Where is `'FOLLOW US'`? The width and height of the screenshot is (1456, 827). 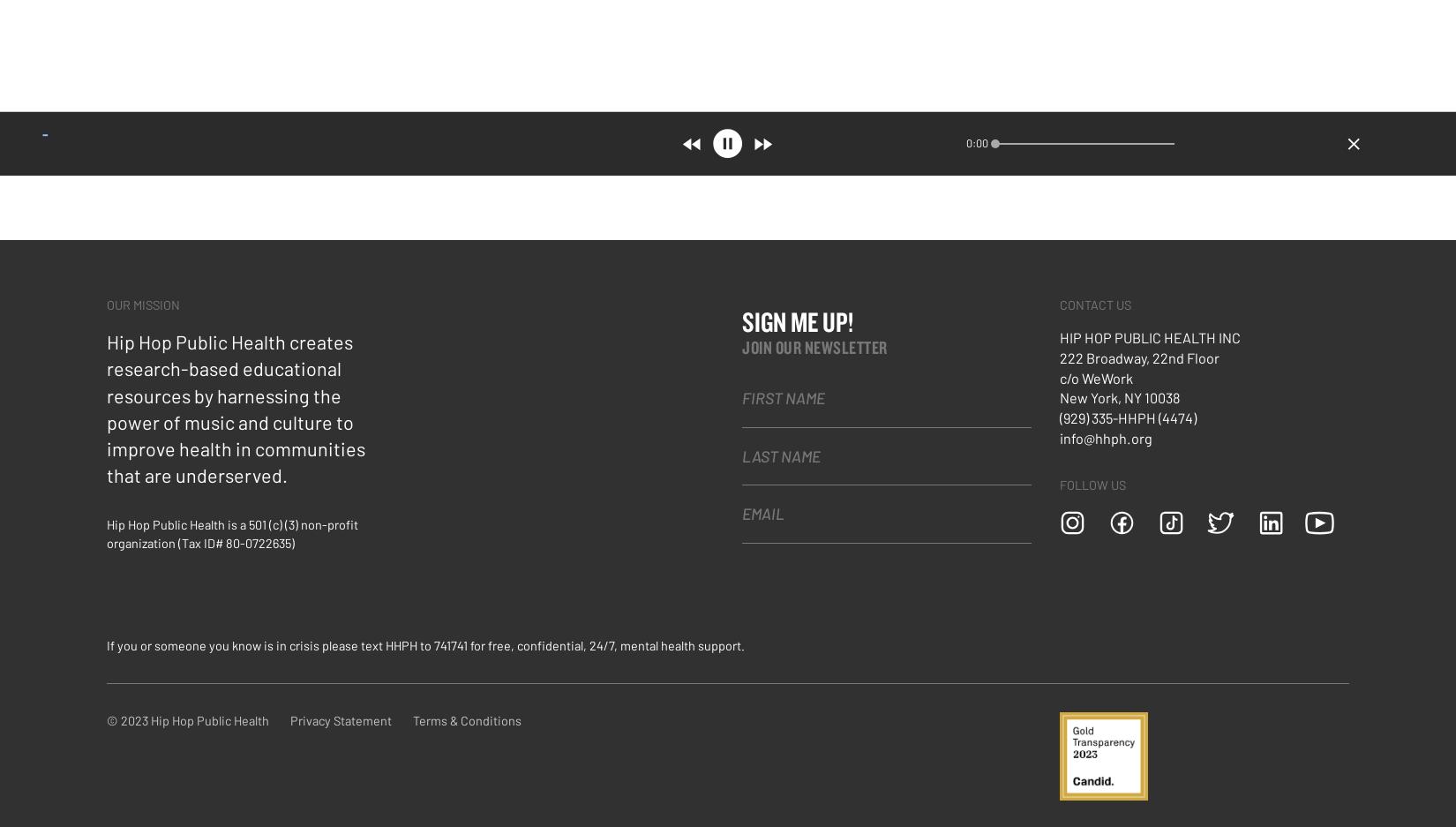 'FOLLOW US' is located at coordinates (1092, 485).